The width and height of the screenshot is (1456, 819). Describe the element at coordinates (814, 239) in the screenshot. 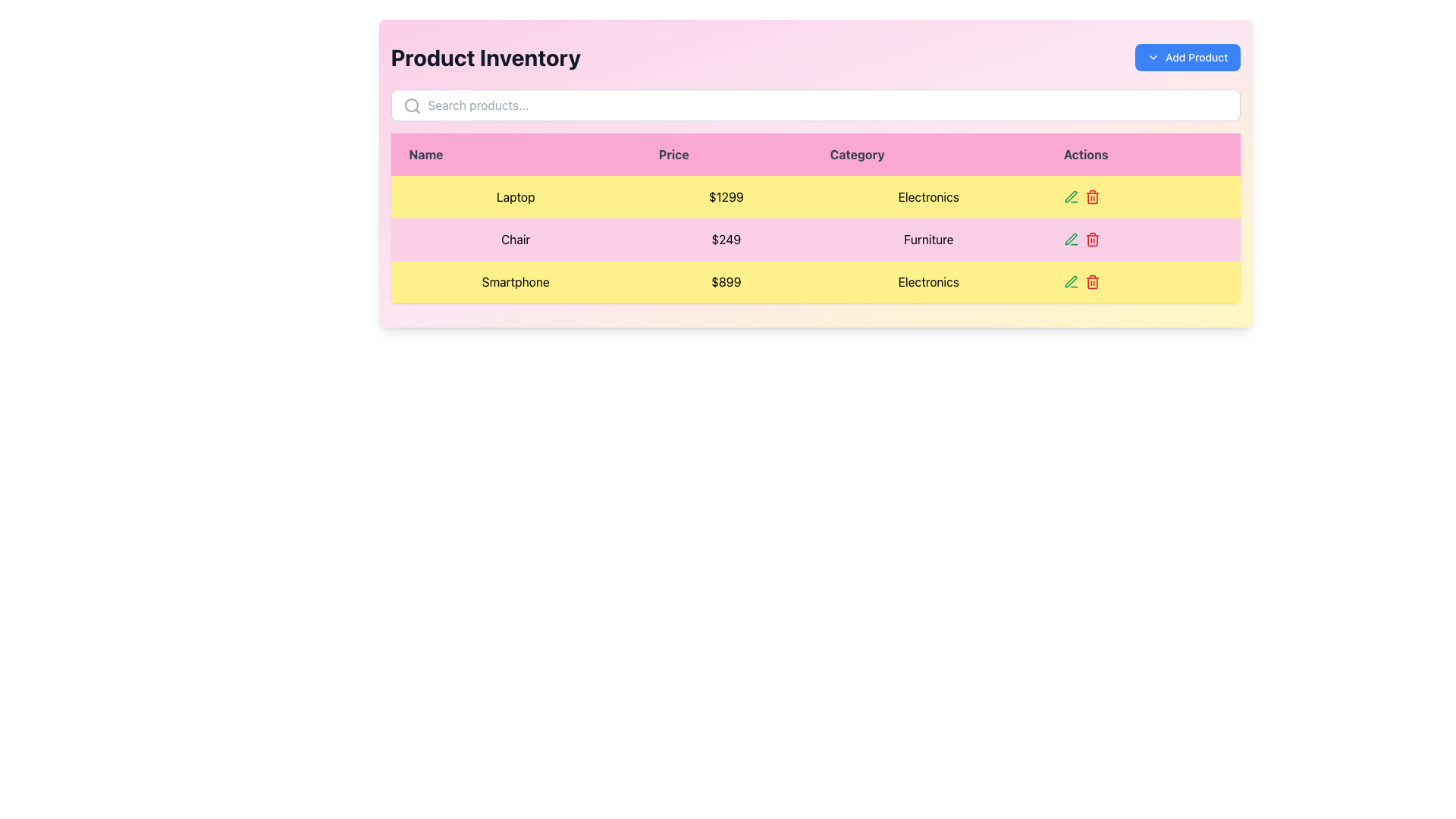

I see `to select the second row in the 'Product Inventory' table that contains the product information for 'Chair', priced at '$249' in the 'Furniture' category` at that location.